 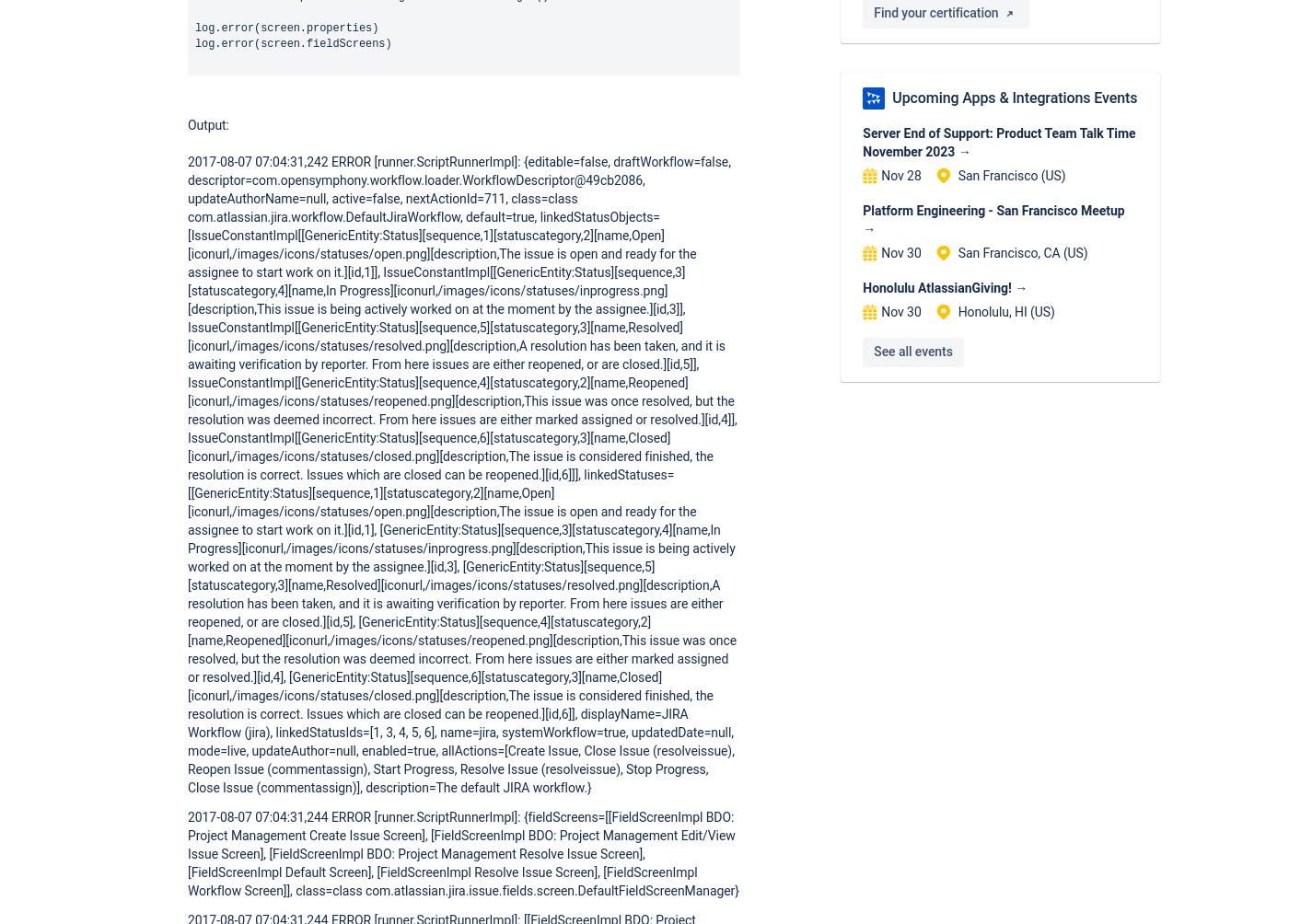 I want to click on 'See all events', so click(x=912, y=351).